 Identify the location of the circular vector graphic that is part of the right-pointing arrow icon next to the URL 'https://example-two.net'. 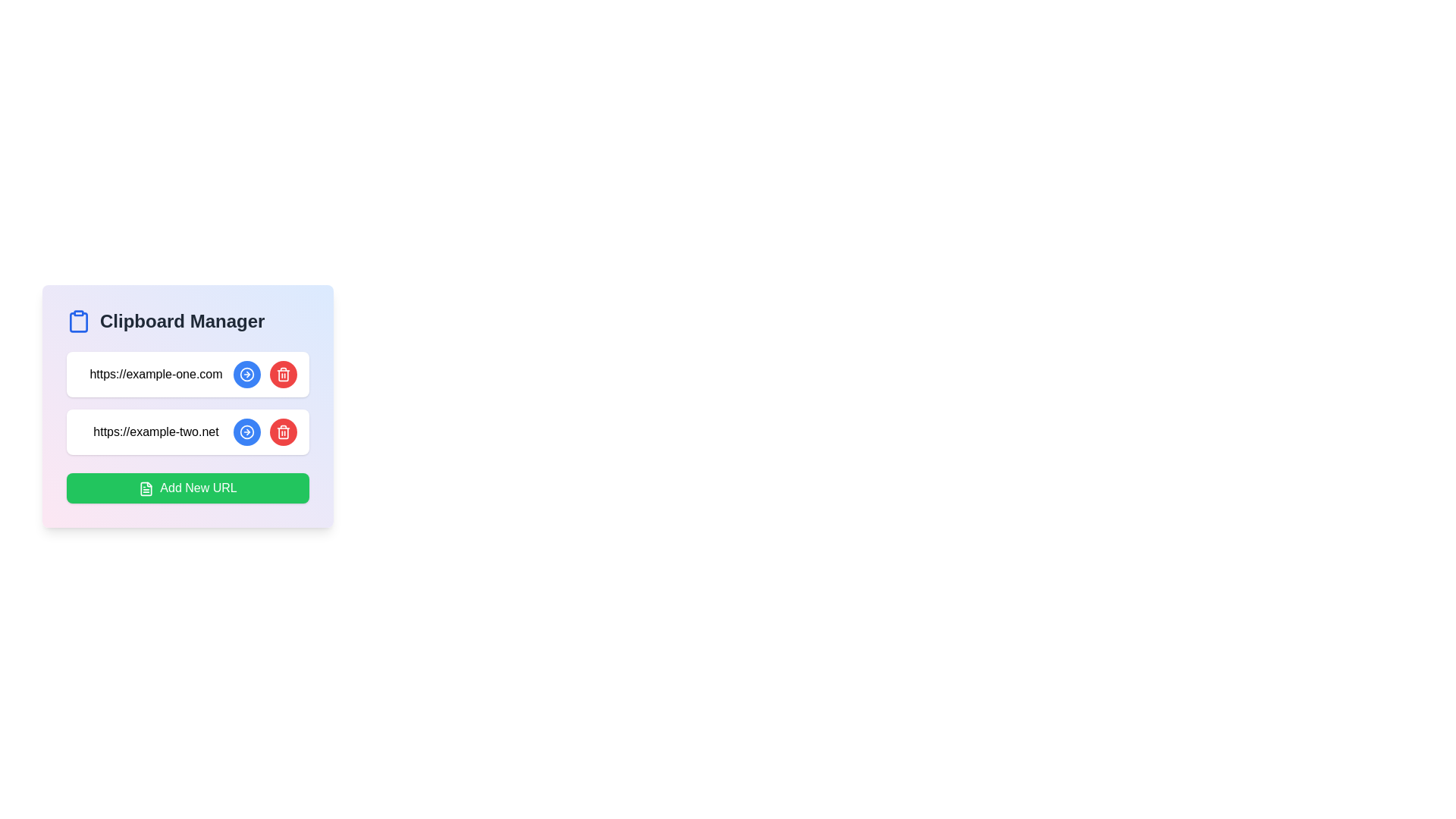
(247, 374).